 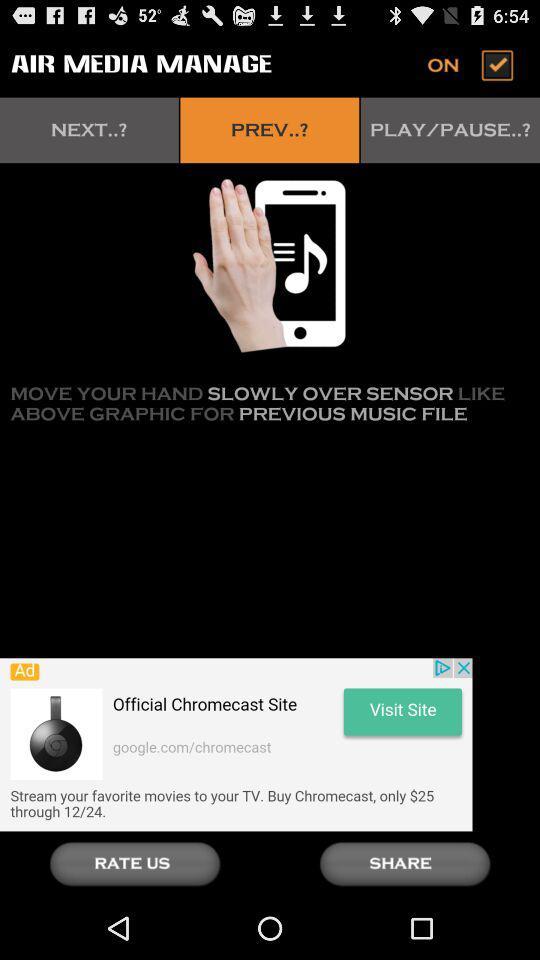 I want to click on on/ off, so click(x=472, y=64).